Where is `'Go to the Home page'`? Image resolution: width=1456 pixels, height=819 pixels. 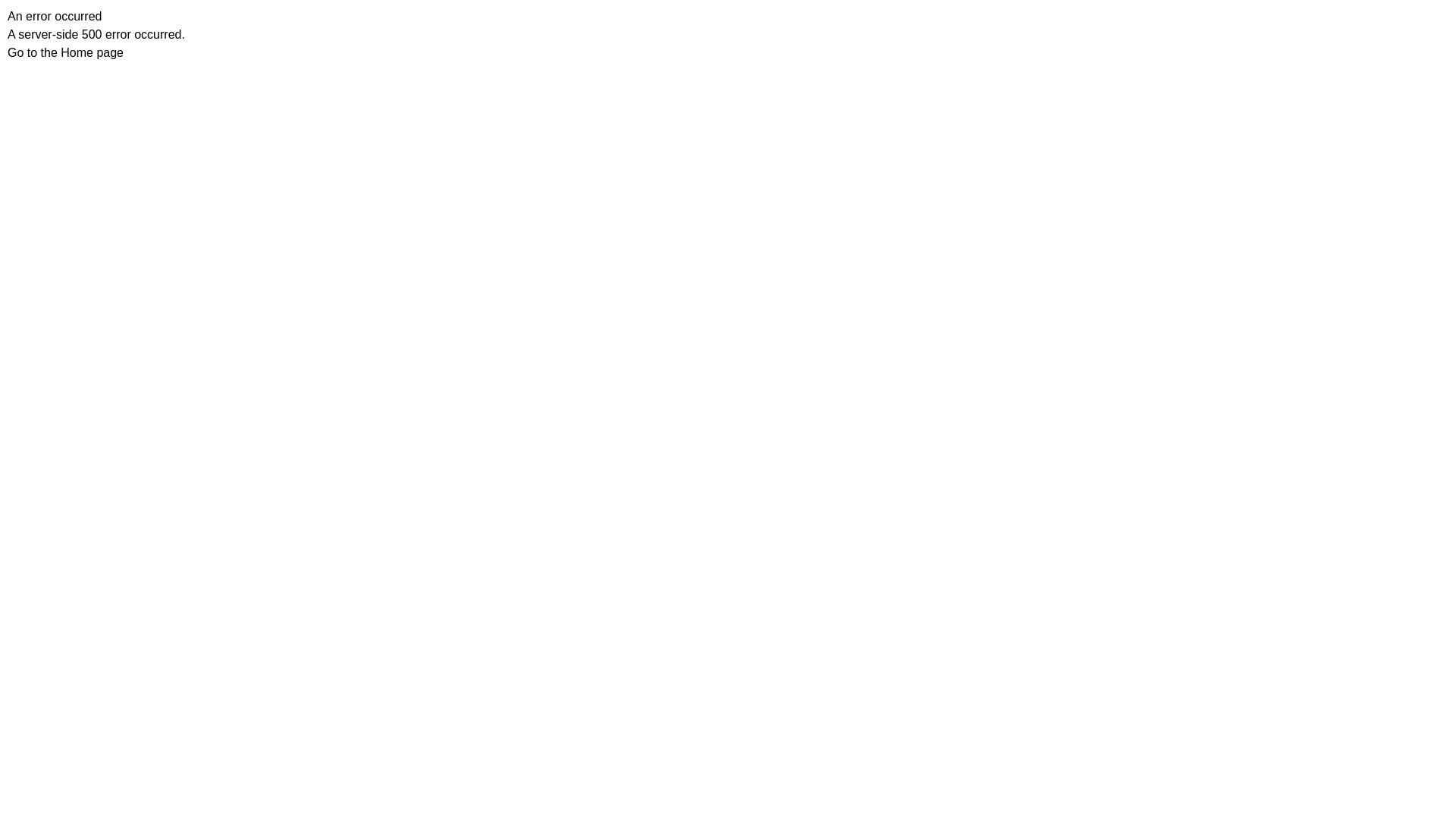
'Go to the Home page' is located at coordinates (7, 52).